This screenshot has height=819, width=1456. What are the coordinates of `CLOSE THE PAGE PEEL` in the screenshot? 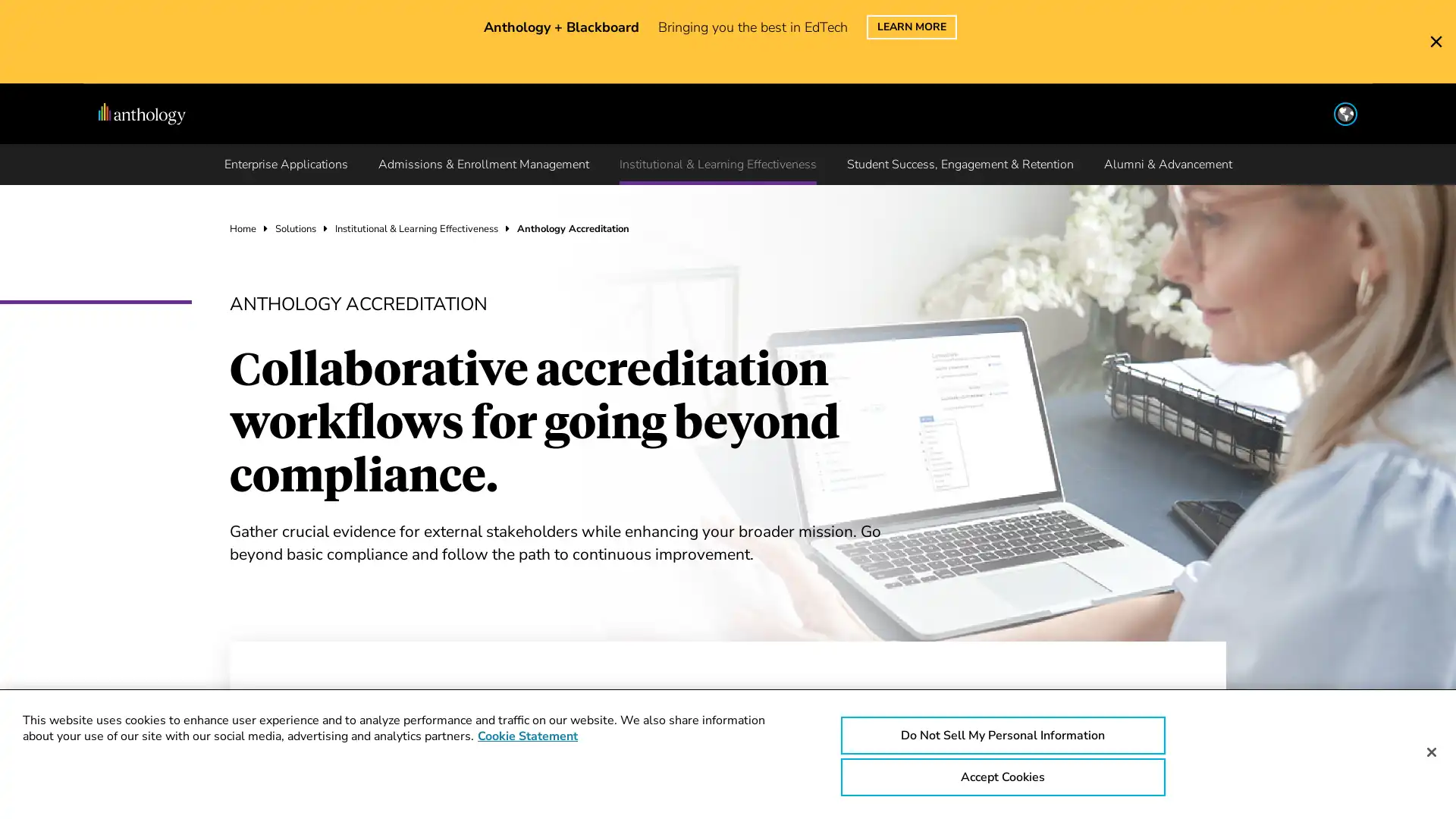 It's located at (1436, 26).